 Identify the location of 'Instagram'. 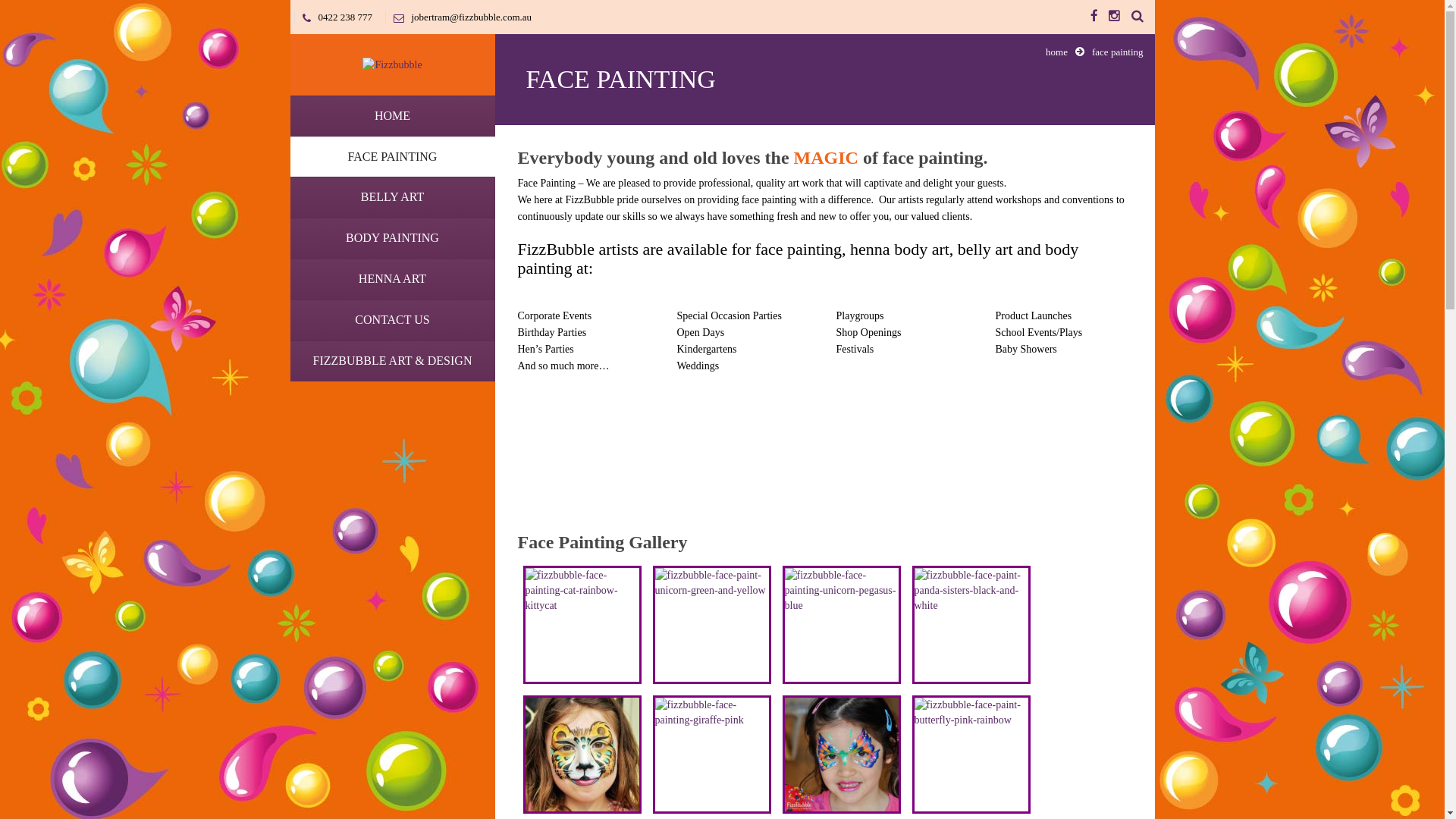
(1109, 17).